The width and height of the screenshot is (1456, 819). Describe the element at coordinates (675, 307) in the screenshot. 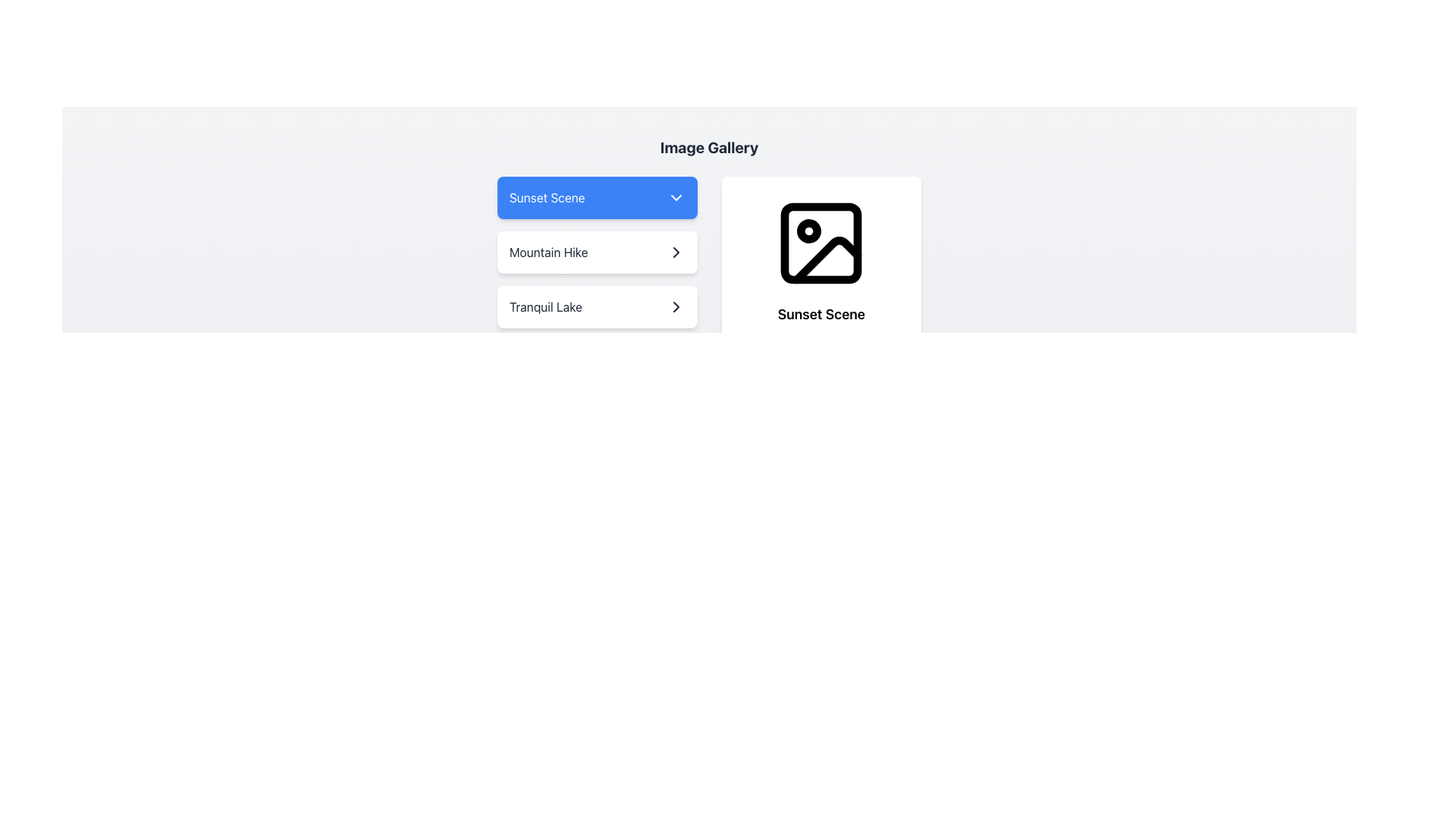

I see `the rightward-pointing chevron arrow icon within the 'Mountain Hike' button` at that location.